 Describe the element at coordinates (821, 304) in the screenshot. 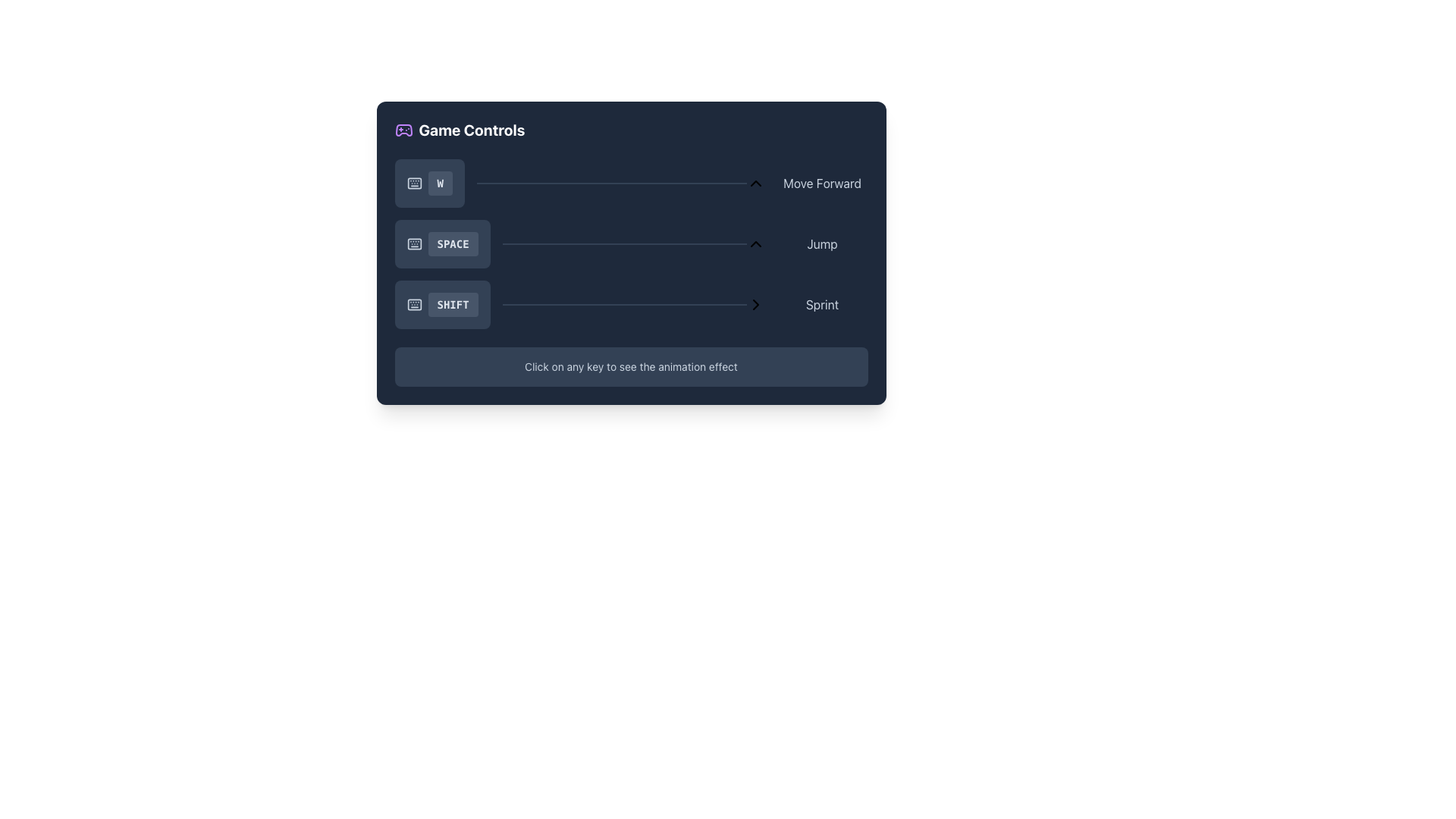

I see `the label describing the action associated with the 'SHIFT' key, which is positioned on the far right side of the control section, aligned horizontally with other control descriptions` at that location.